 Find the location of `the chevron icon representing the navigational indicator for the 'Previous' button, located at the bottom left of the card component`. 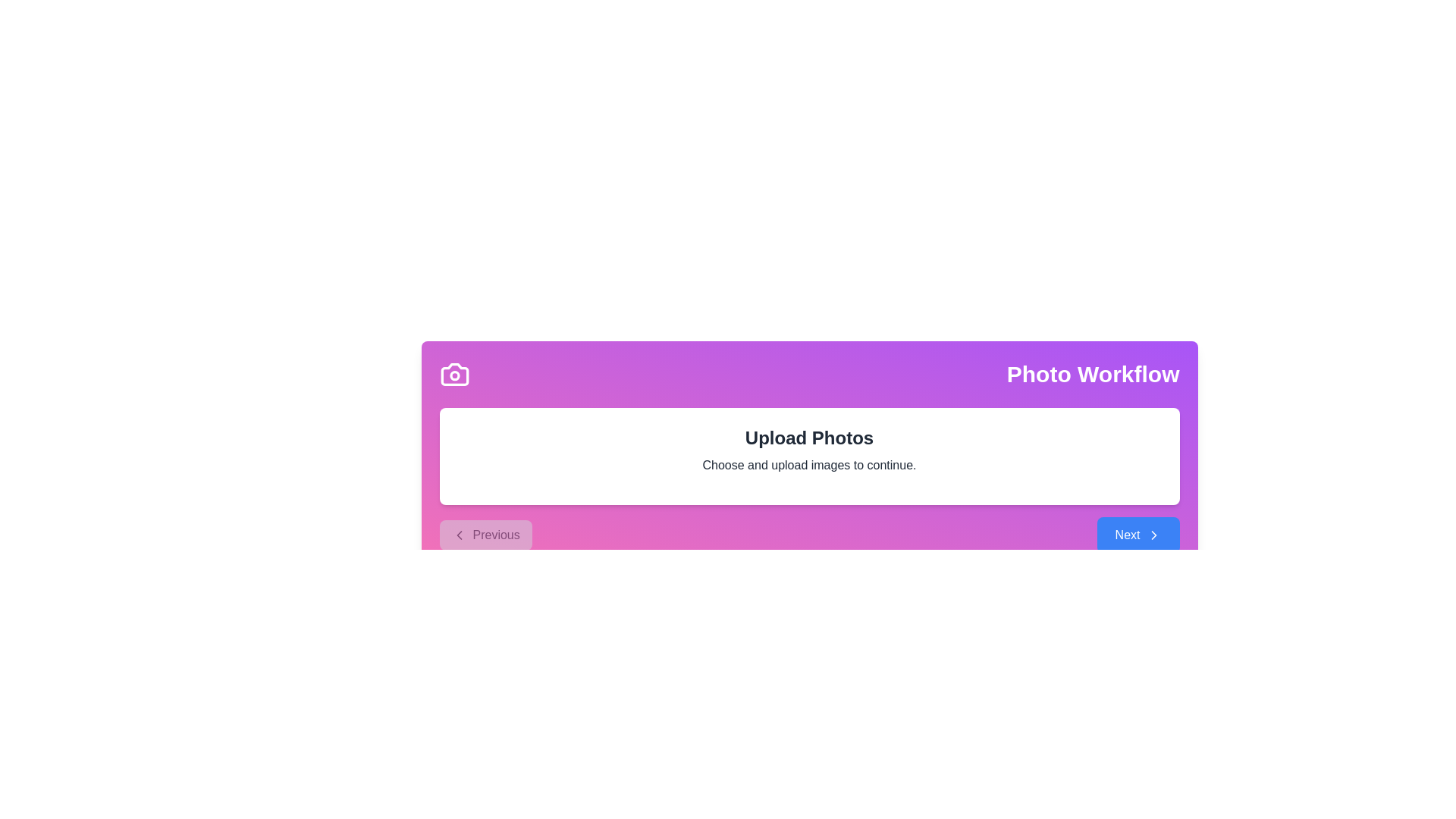

the chevron icon representing the navigational indicator for the 'Previous' button, located at the bottom left of the card component is located at coordinates (458, 534).